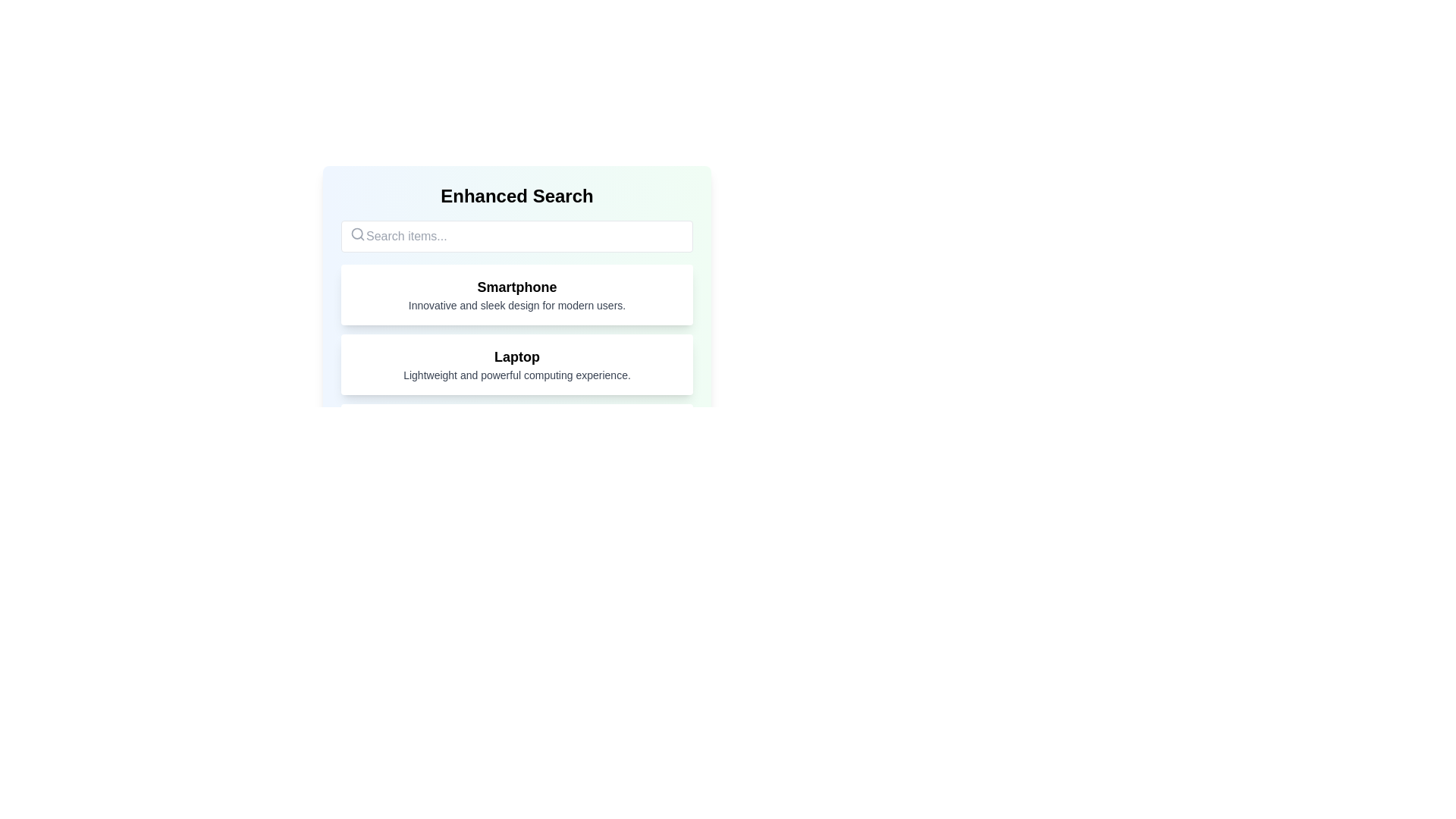  I want to click on the interactive card that provides information about a laptop, which is the second card in a vertically stacked list of product cards, so click(516, 365).